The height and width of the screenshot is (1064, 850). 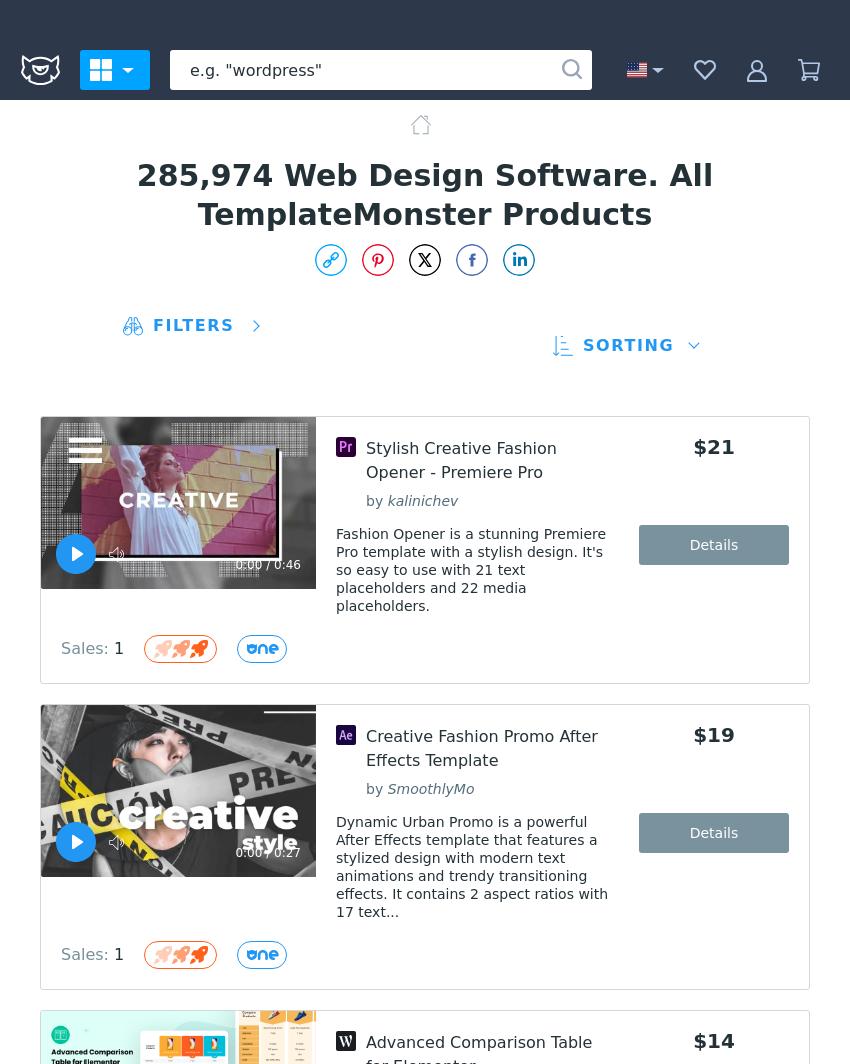 I want to click on 'Filters', so click(x=153, y=325).